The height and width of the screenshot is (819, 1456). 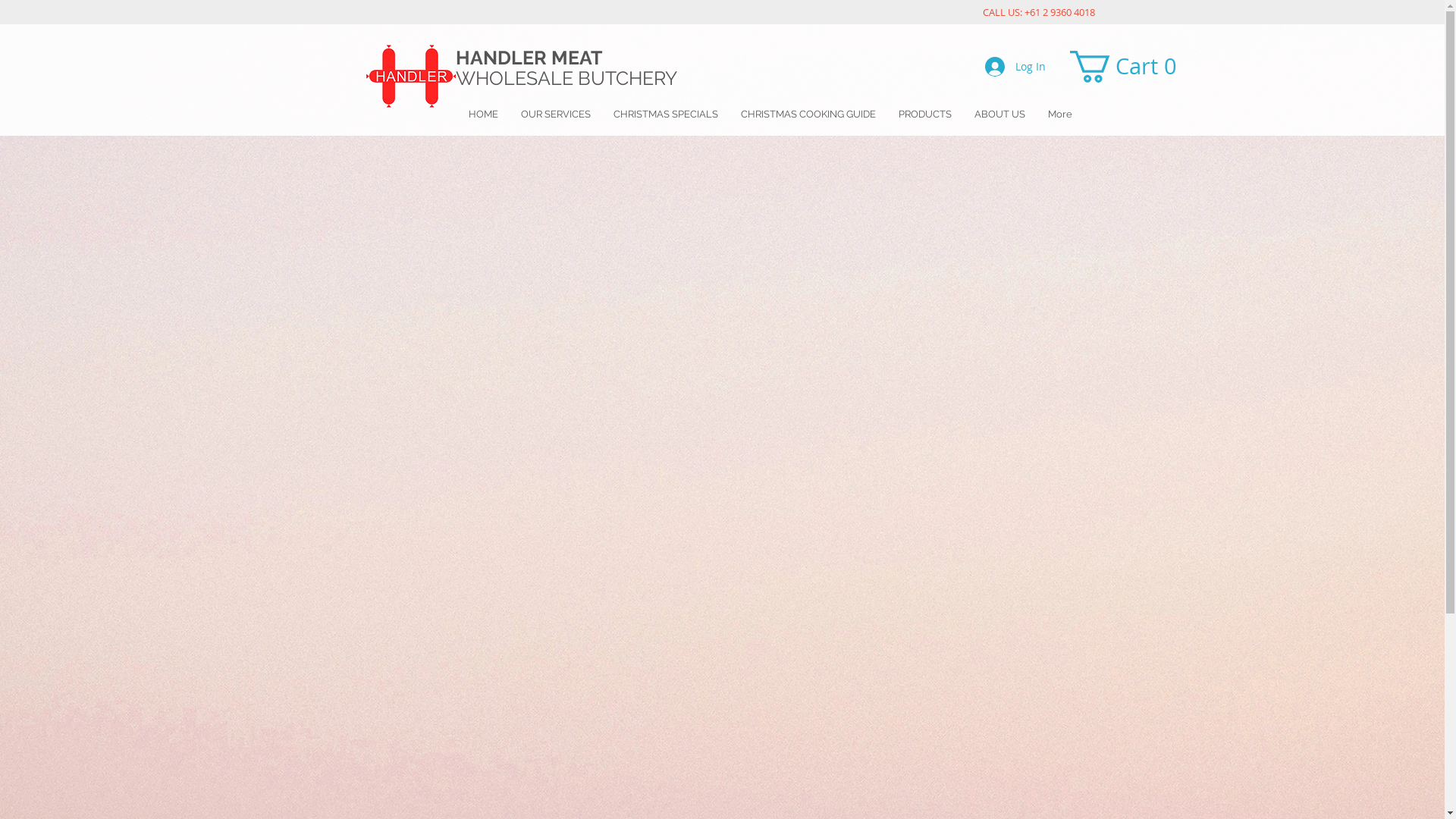 I want to click on 'Log In', so click(x=1015, y=66).